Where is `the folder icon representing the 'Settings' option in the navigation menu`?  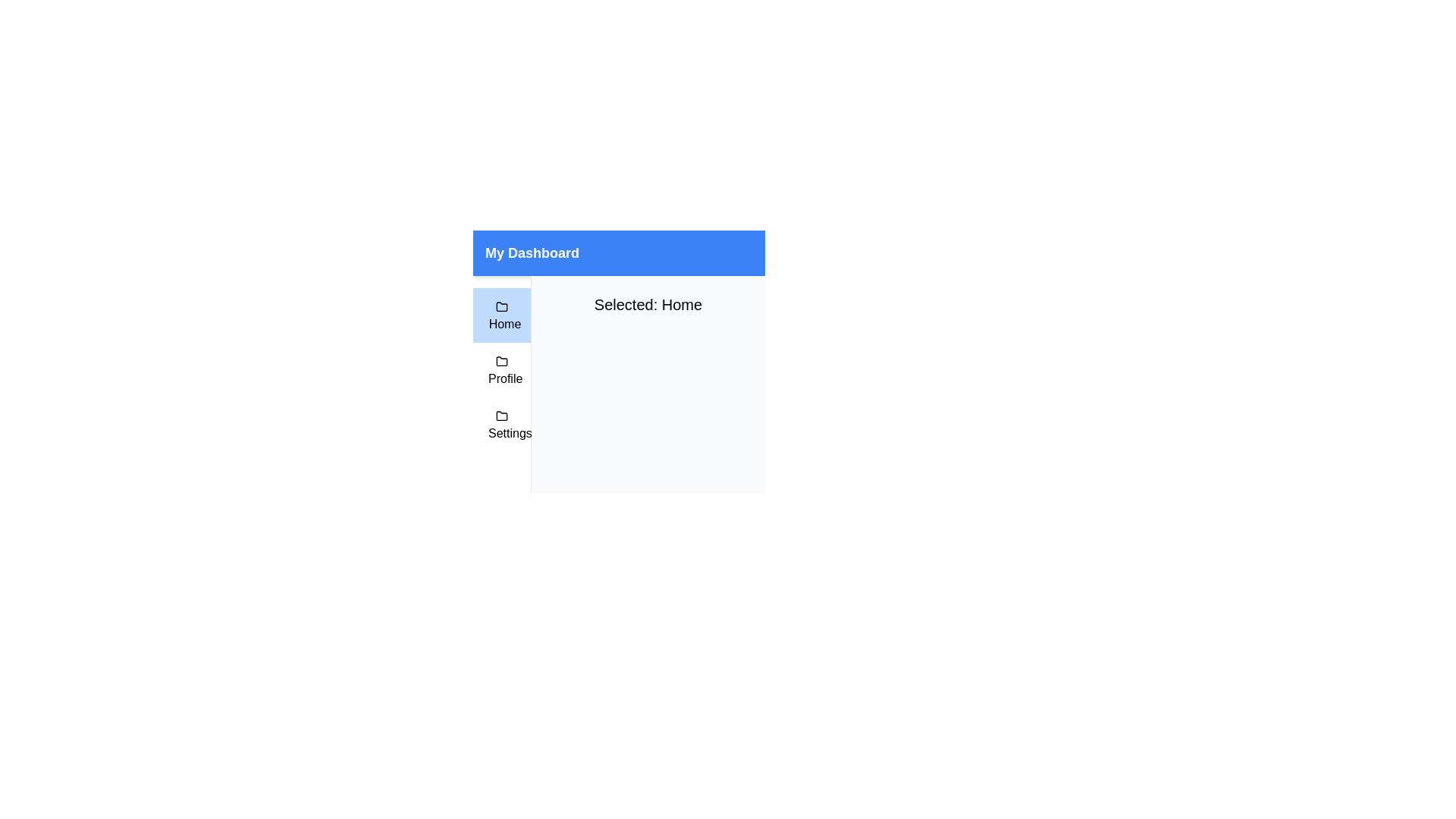 the folder icon representing the 'Settings' option in the navigation menu is located at coordinates (502, 415).